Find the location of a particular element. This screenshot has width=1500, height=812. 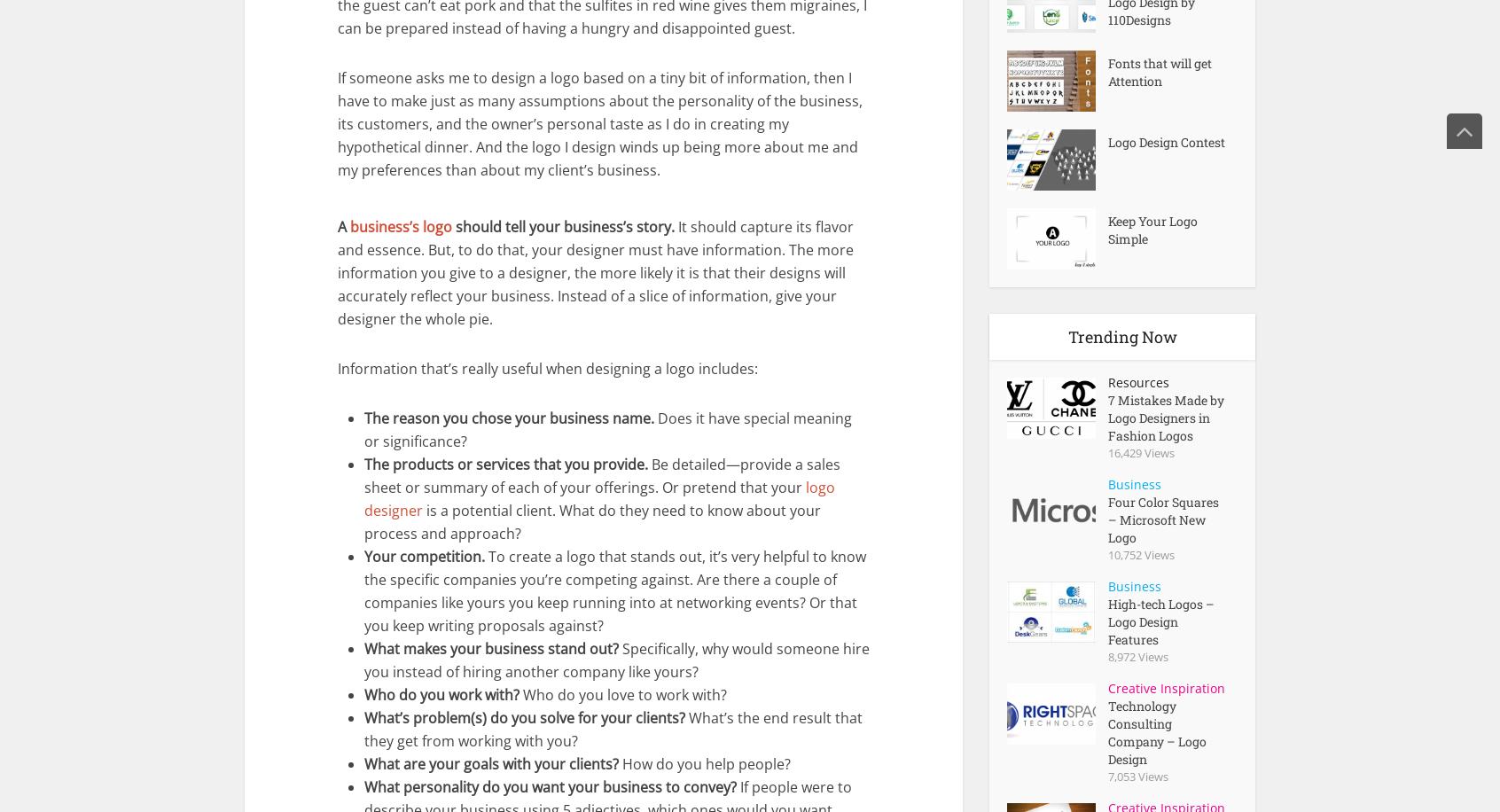

'What’s the end result that they get from working with you?' is located at coordinates (363, 730).